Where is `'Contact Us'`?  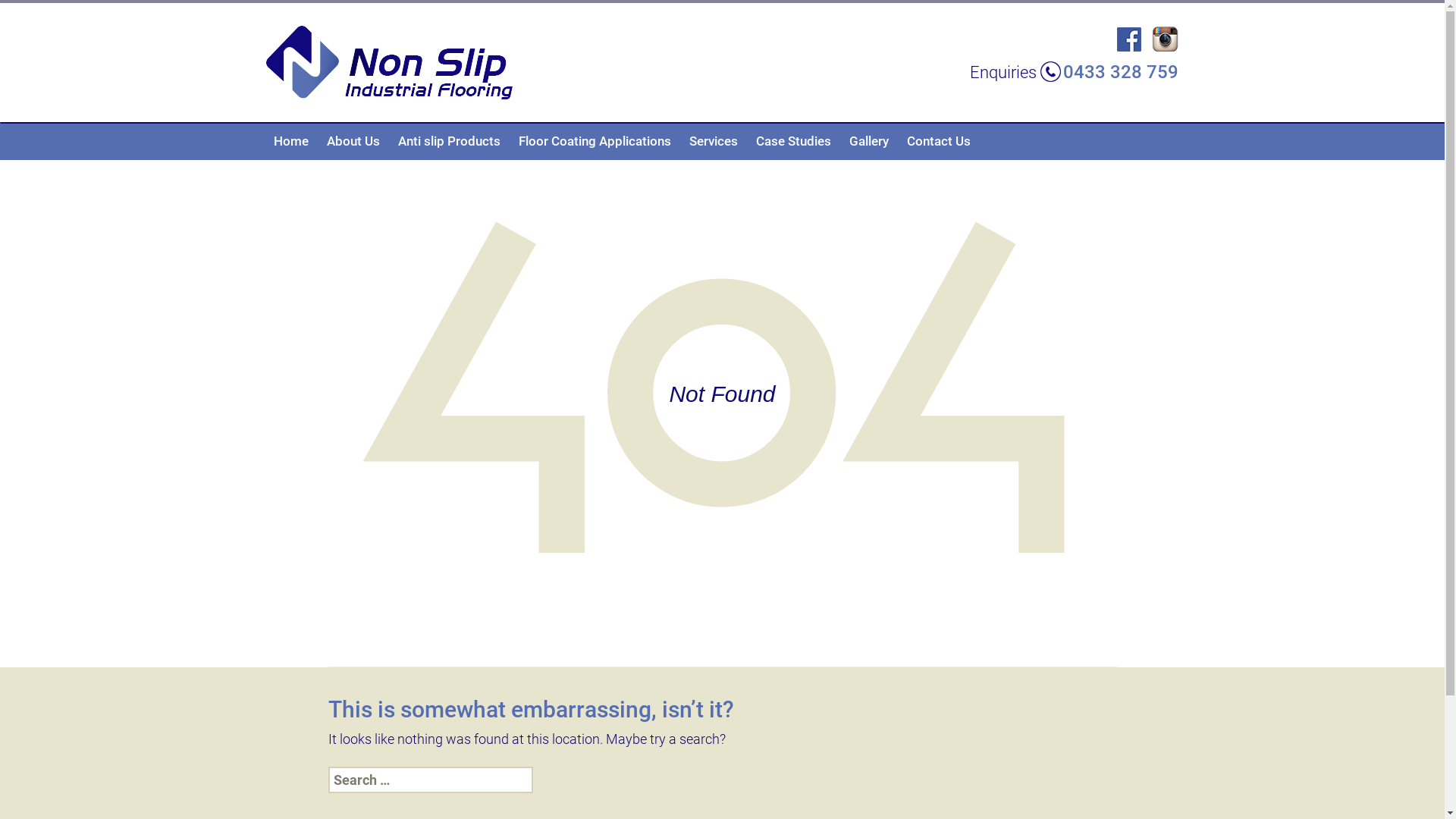
'Contact Us' is located at coordinates (899, 141).